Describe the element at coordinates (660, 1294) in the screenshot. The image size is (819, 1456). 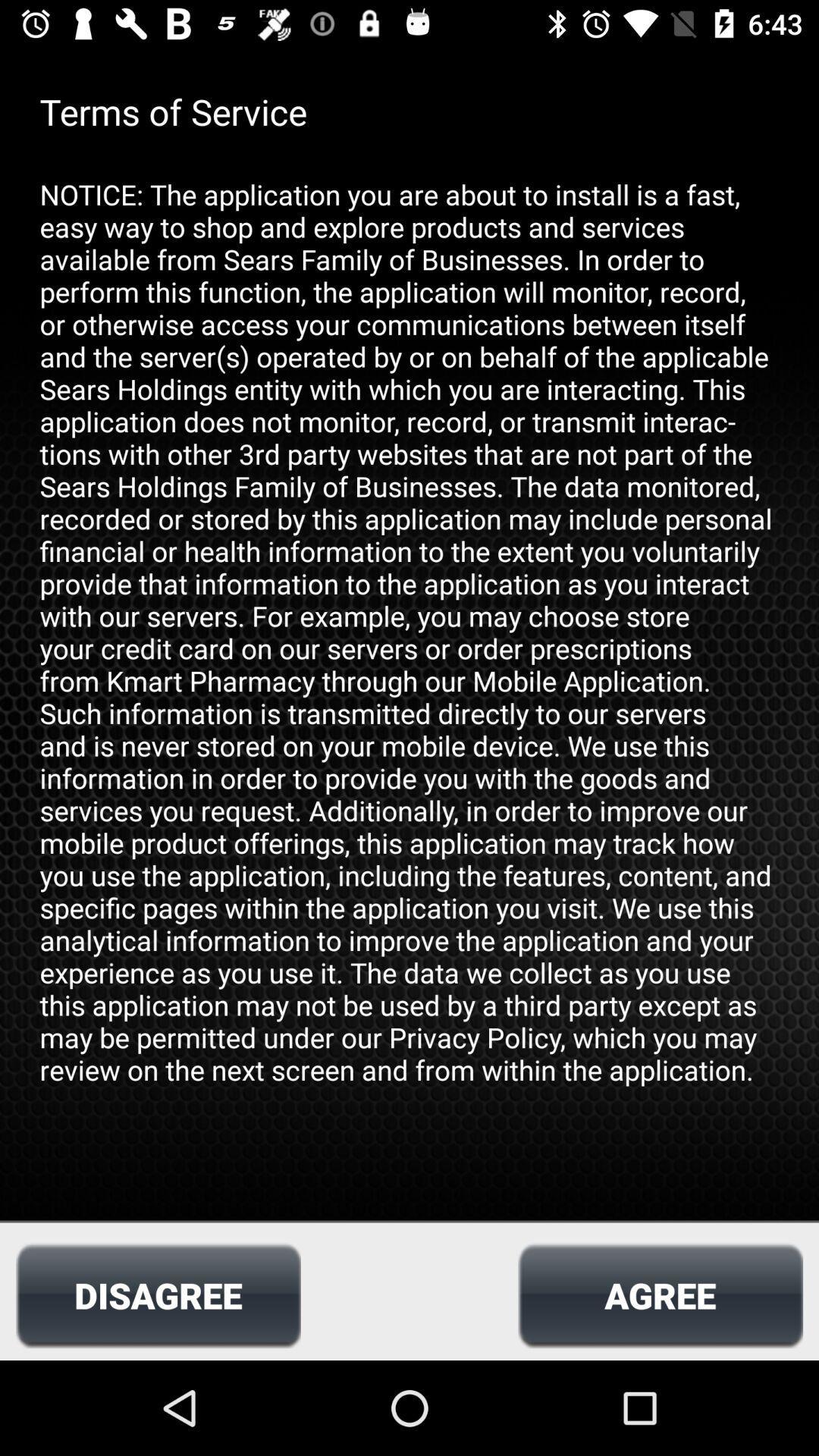
I see `agree` at that location.